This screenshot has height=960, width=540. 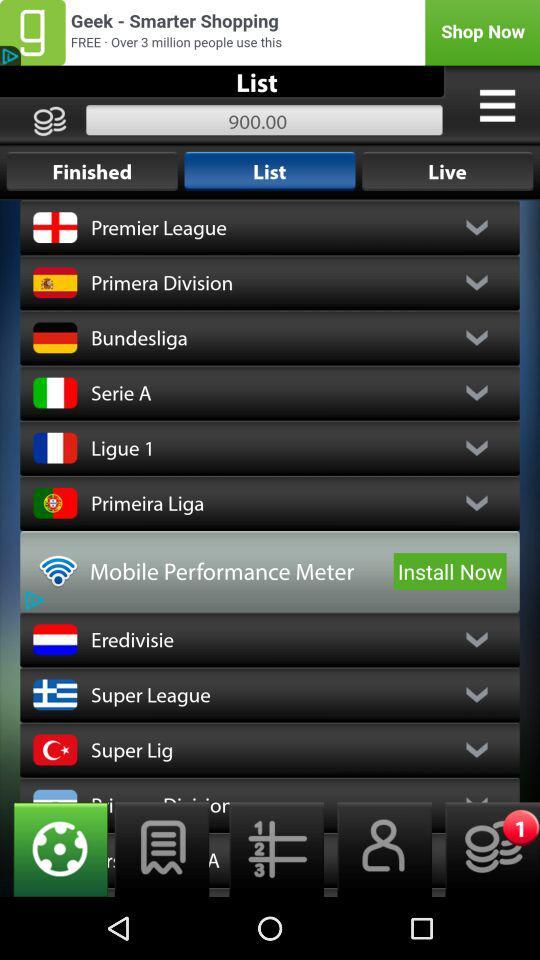 What do you see at coordinates (161, 848) in the screenshot?
I see `switch to notes` at bounding box center [161, 848].